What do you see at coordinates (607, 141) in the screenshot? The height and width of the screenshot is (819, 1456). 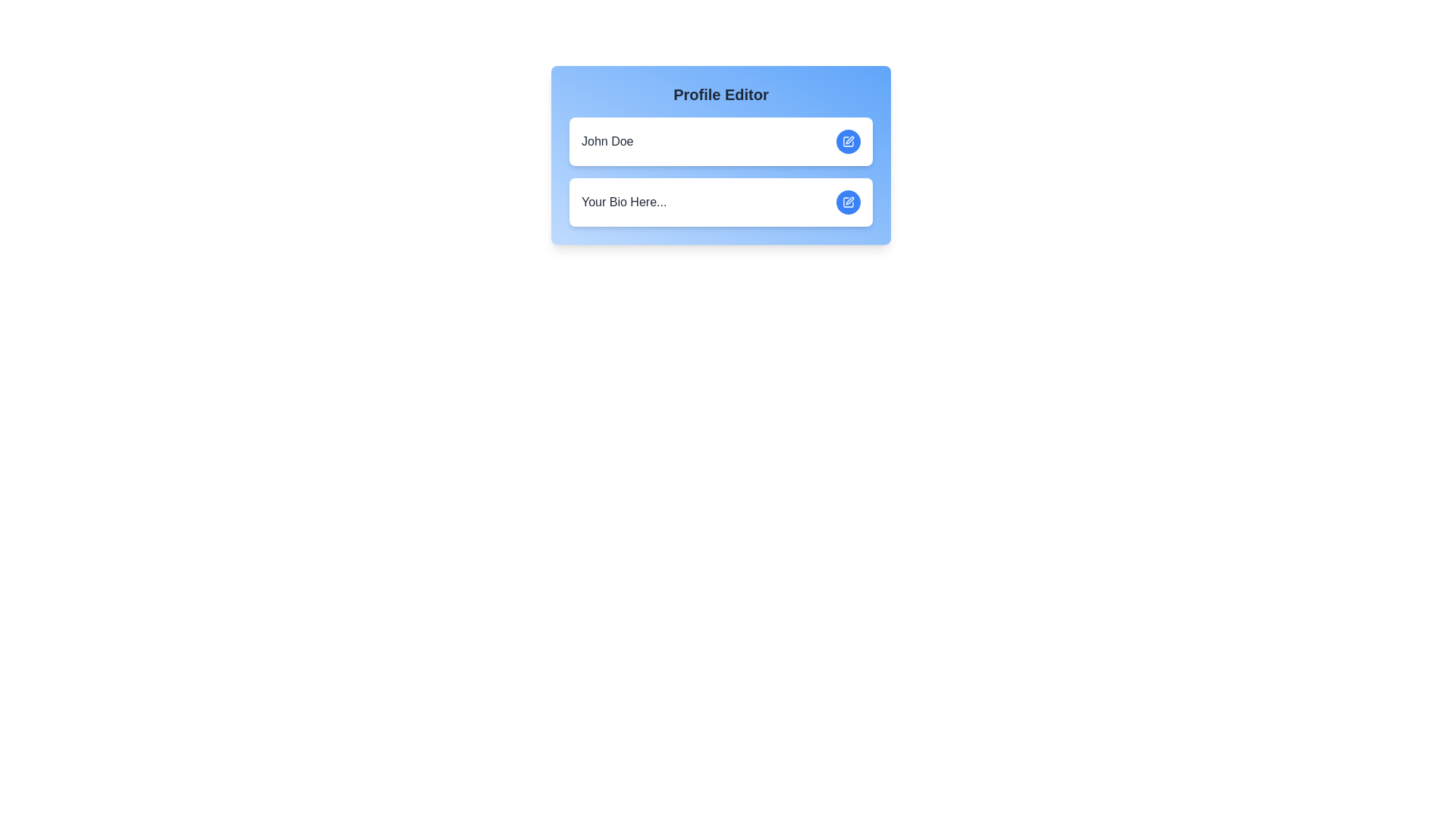 I see `the input field displaying the user's full name 'John Doe' to select the entire text` at bounding box center [607, 141].